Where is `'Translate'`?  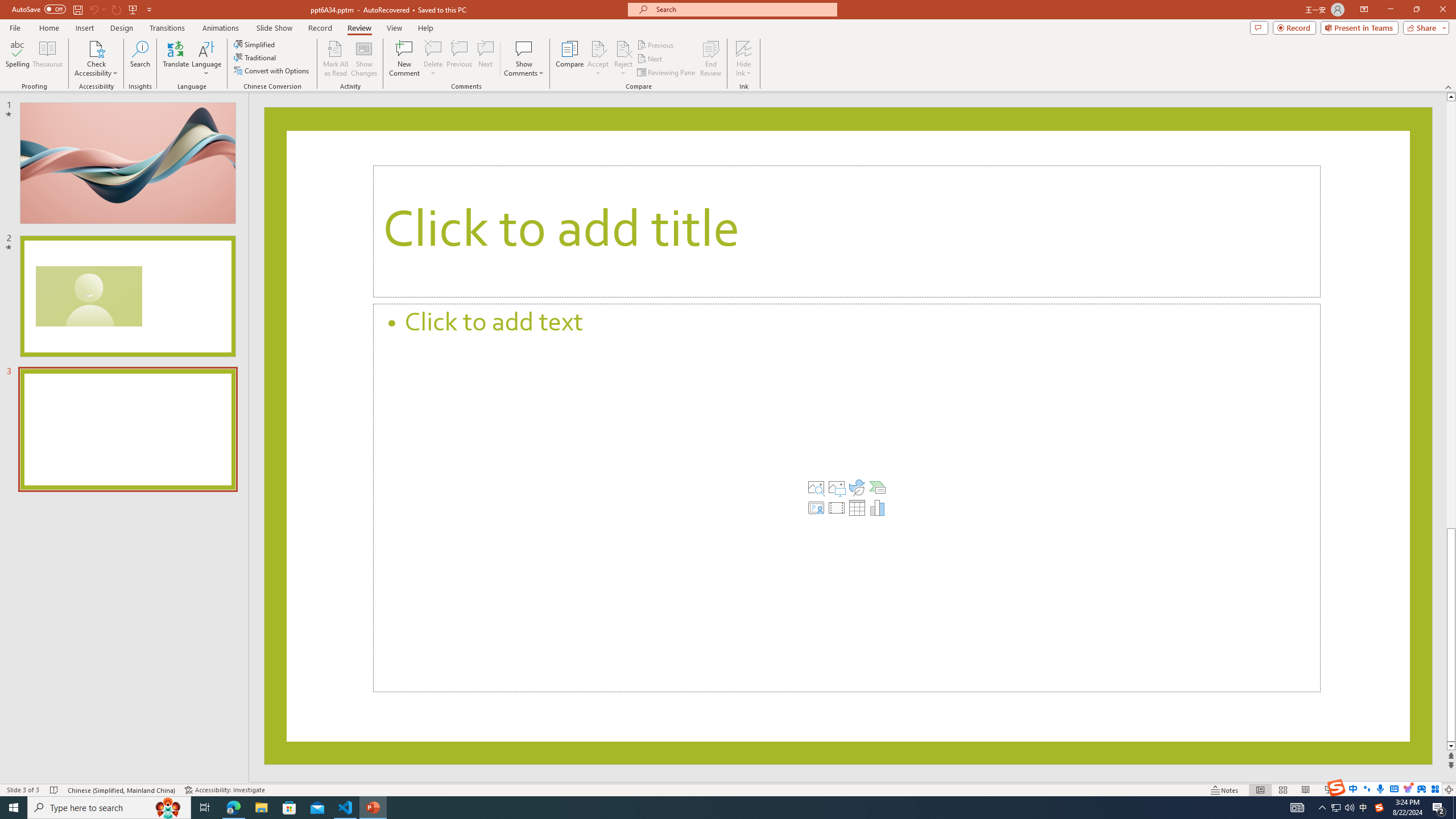
'Translate' is located at coordinates (176, 59).